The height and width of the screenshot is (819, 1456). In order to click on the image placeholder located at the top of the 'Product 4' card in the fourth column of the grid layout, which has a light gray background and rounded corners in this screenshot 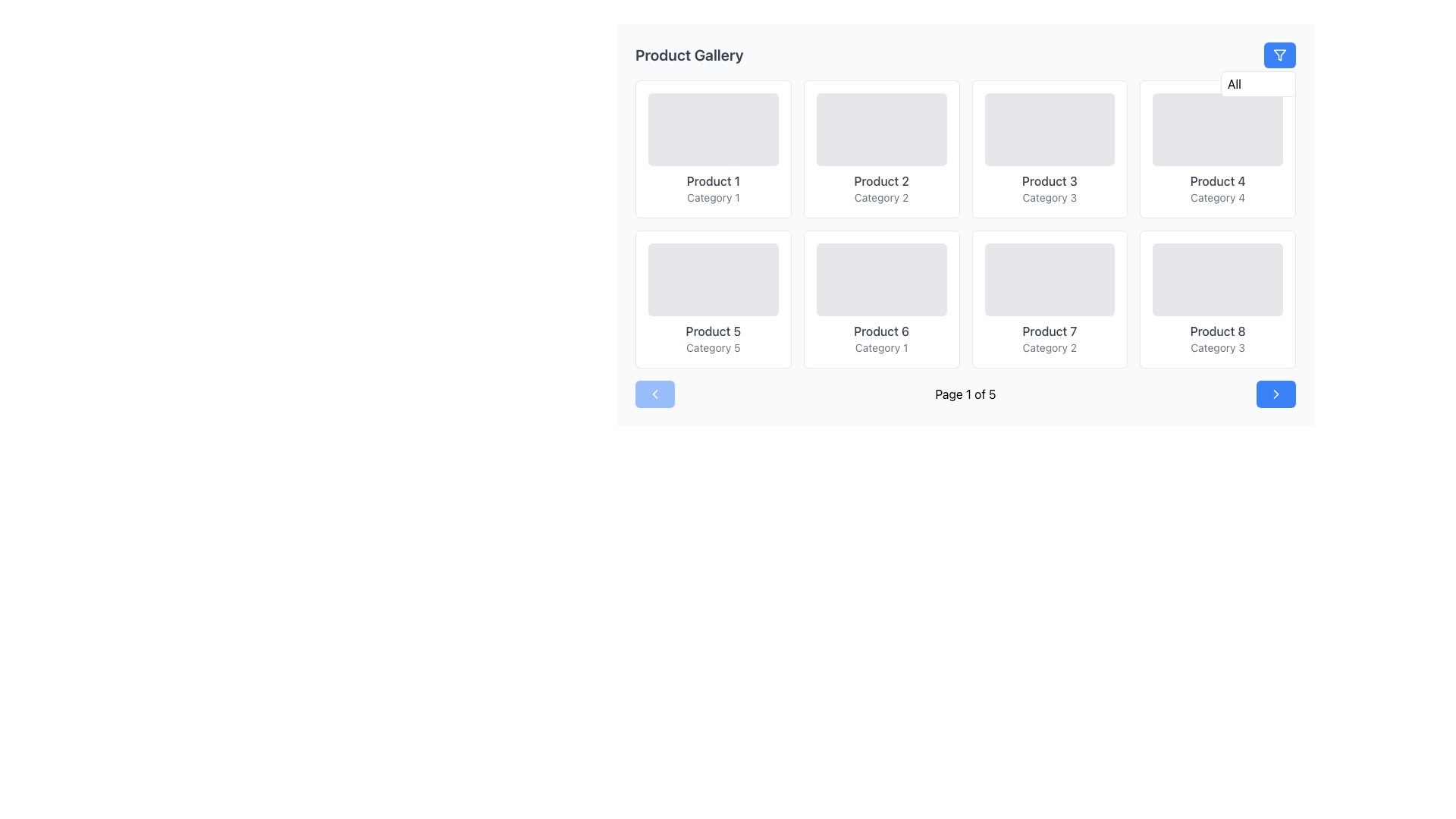, I will do `click(1218, 128)`.